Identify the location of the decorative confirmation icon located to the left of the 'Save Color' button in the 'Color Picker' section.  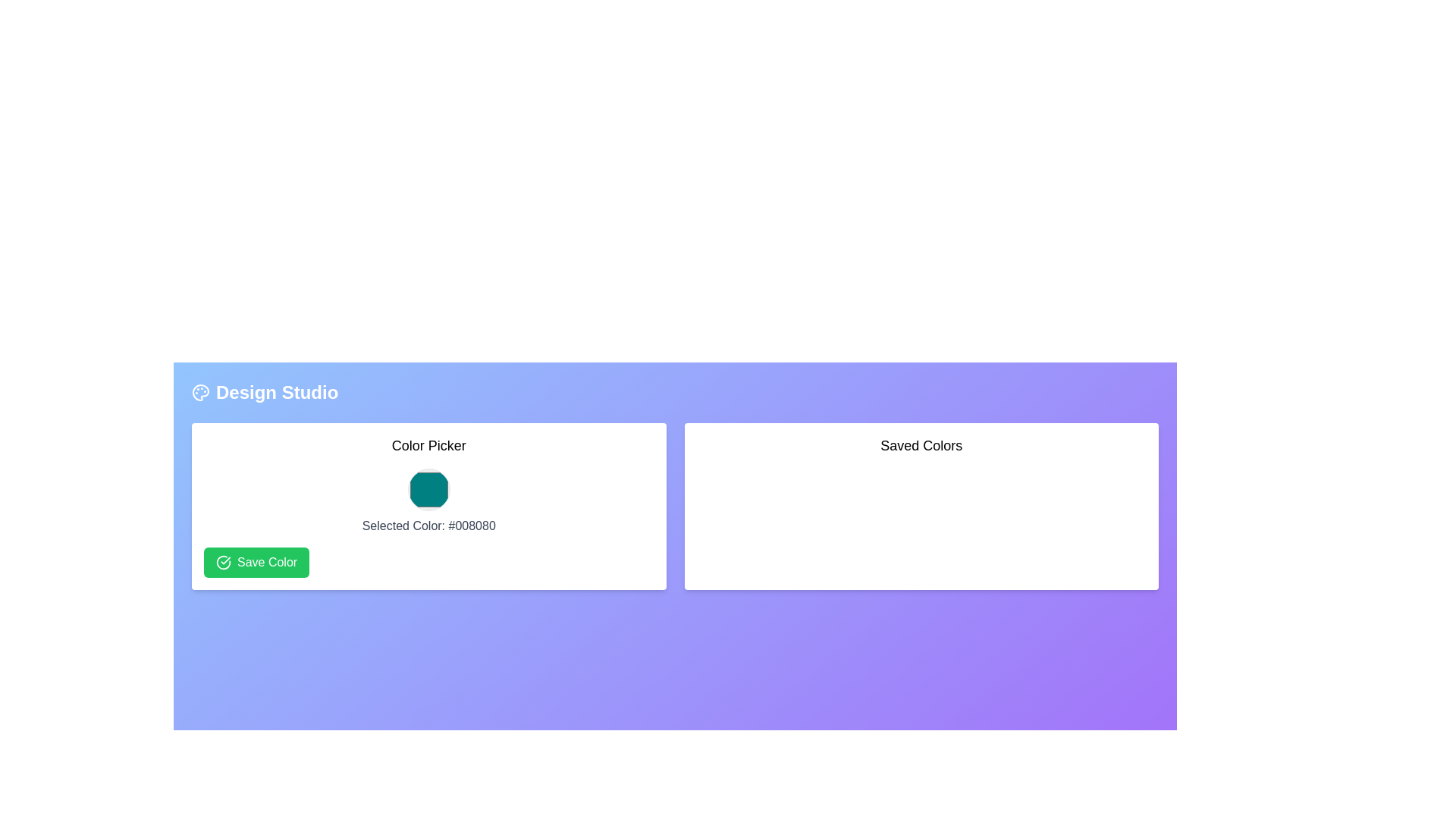
(222, 562).